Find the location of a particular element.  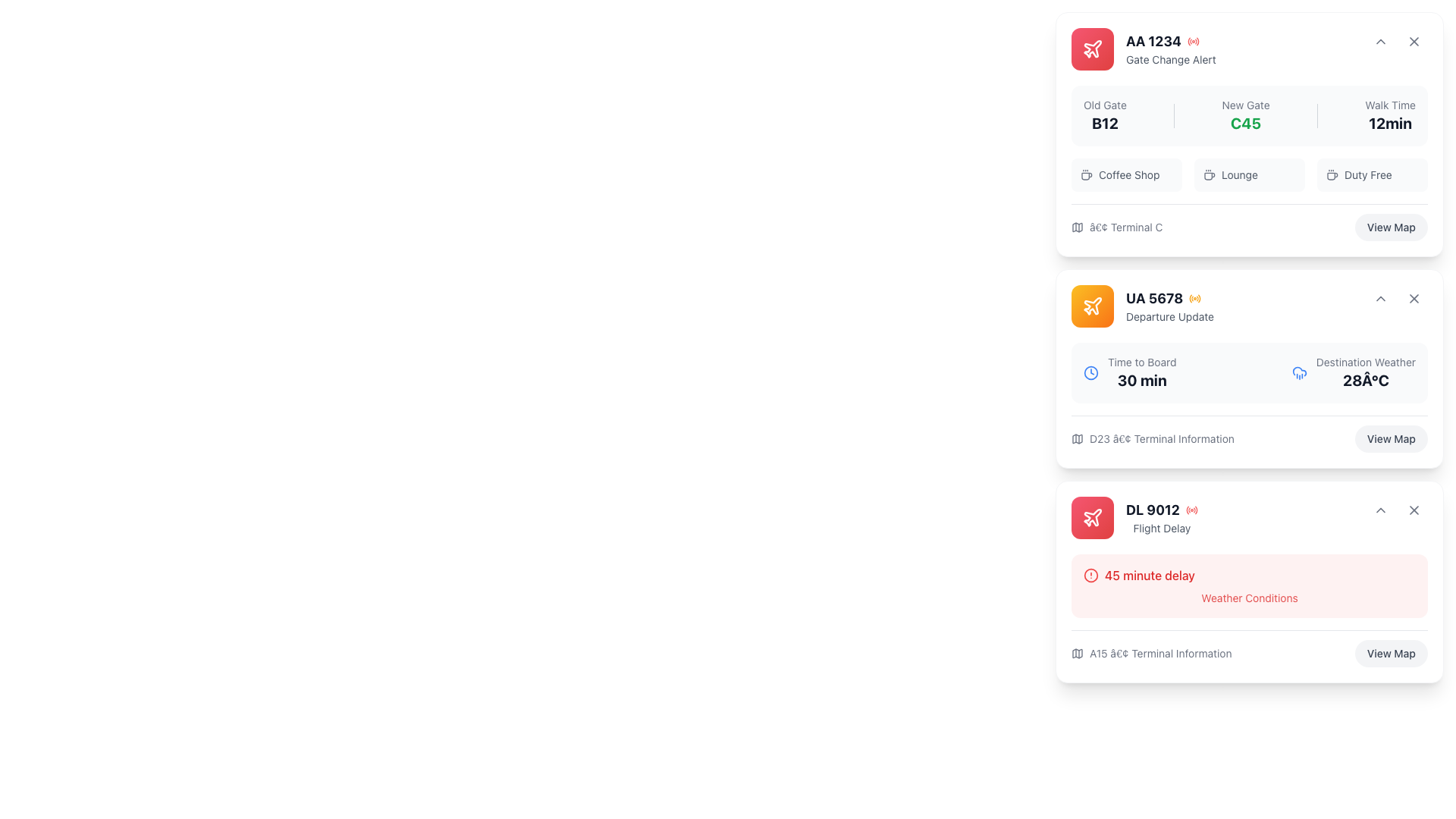

the visual representation of the clock icon, which is styled with a circular outline and clock hands, rendered in blue, and located to the left of the 'Time to Board' text in the 'Departure Update' card for flight UA 5678 is located at coordinates (1090, 373).